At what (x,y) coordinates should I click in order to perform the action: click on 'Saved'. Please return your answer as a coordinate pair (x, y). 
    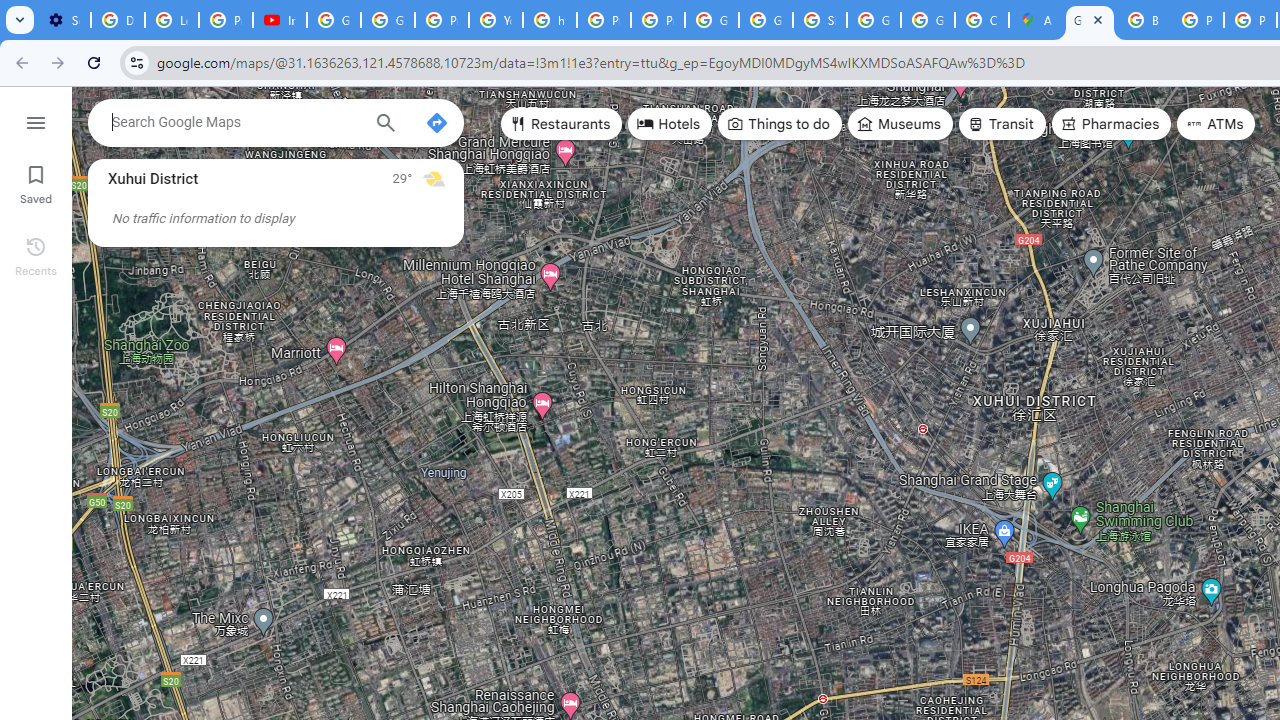
    Looking at the image, I should click on (35, 182).